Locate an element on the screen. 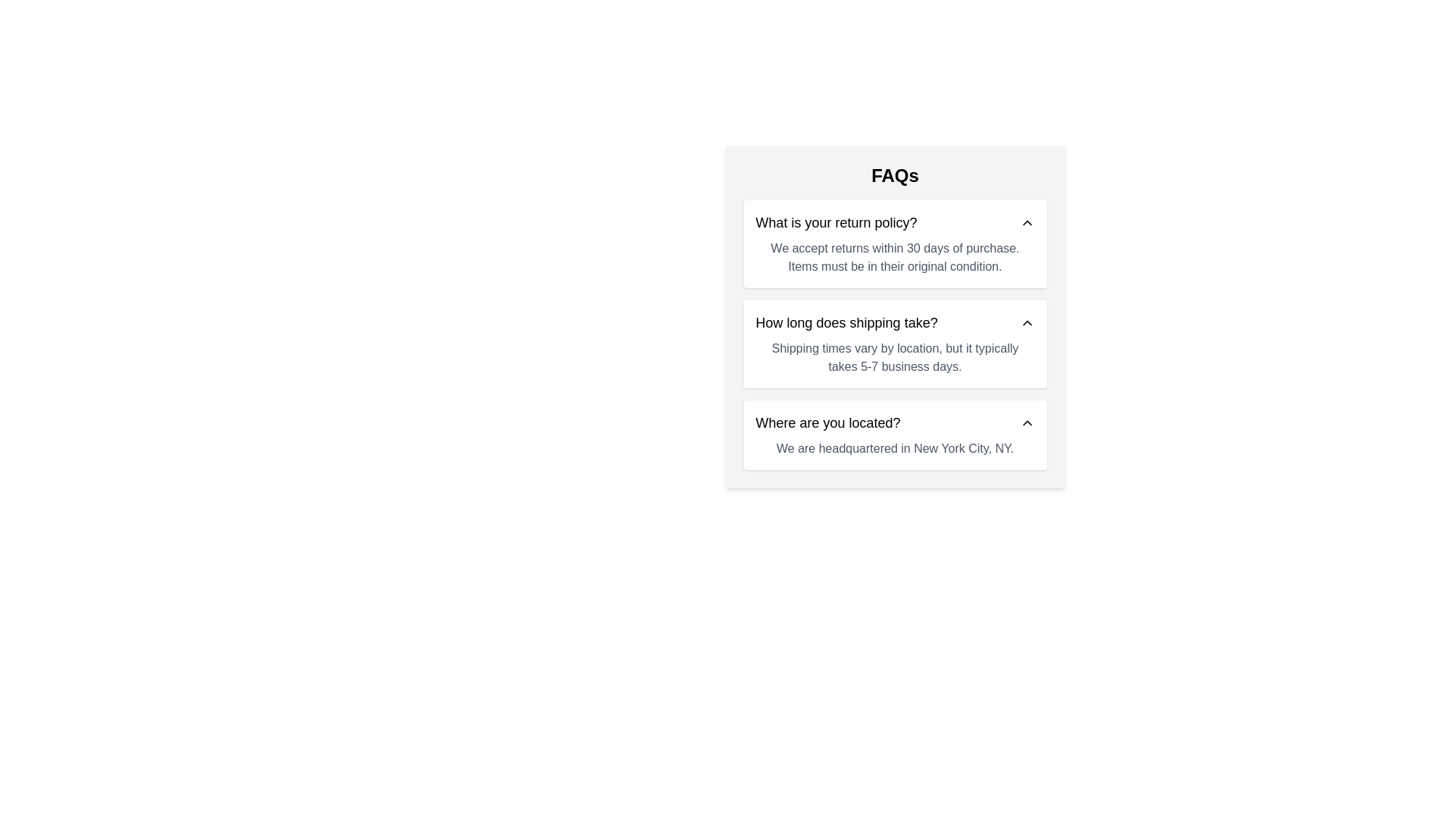 The width and height of the screenshot is (1456, 819). the Text heading element located at the top of the FAQ section, which serves as a header for the return policy details is located at coordinates (836, 222).